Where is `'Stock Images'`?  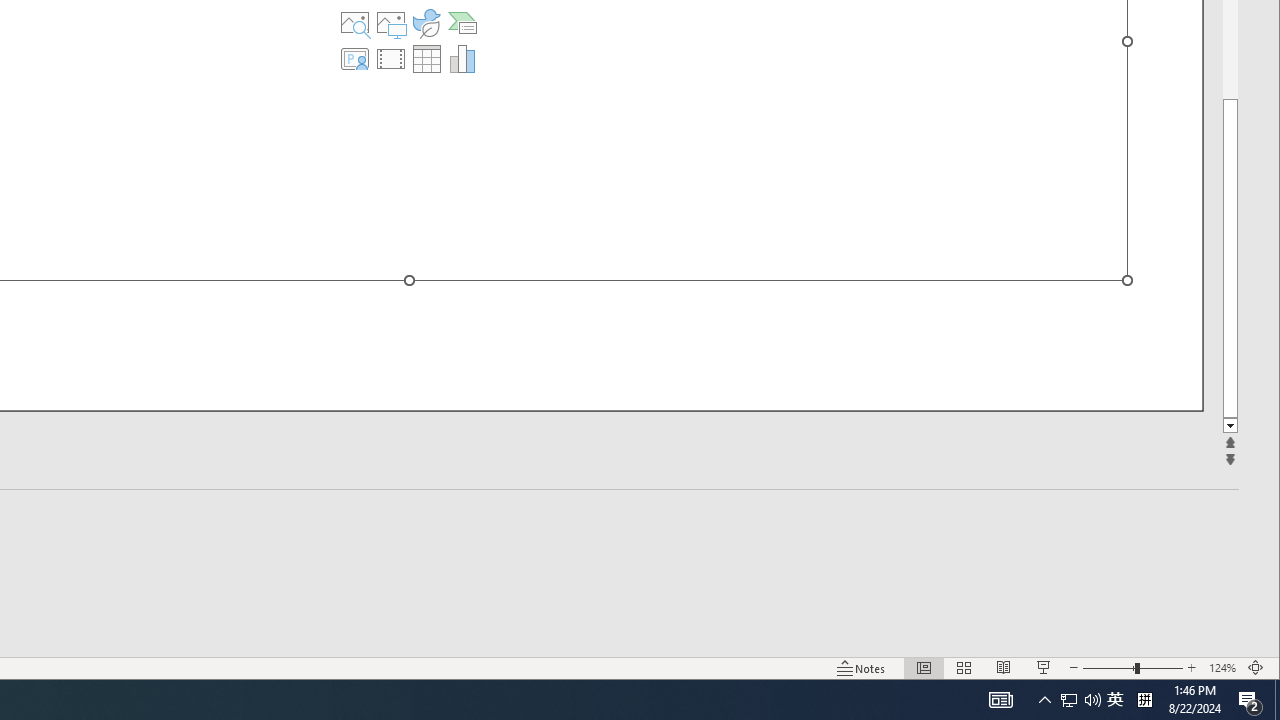
'Stock Images' is located at coordinates (355, 23).